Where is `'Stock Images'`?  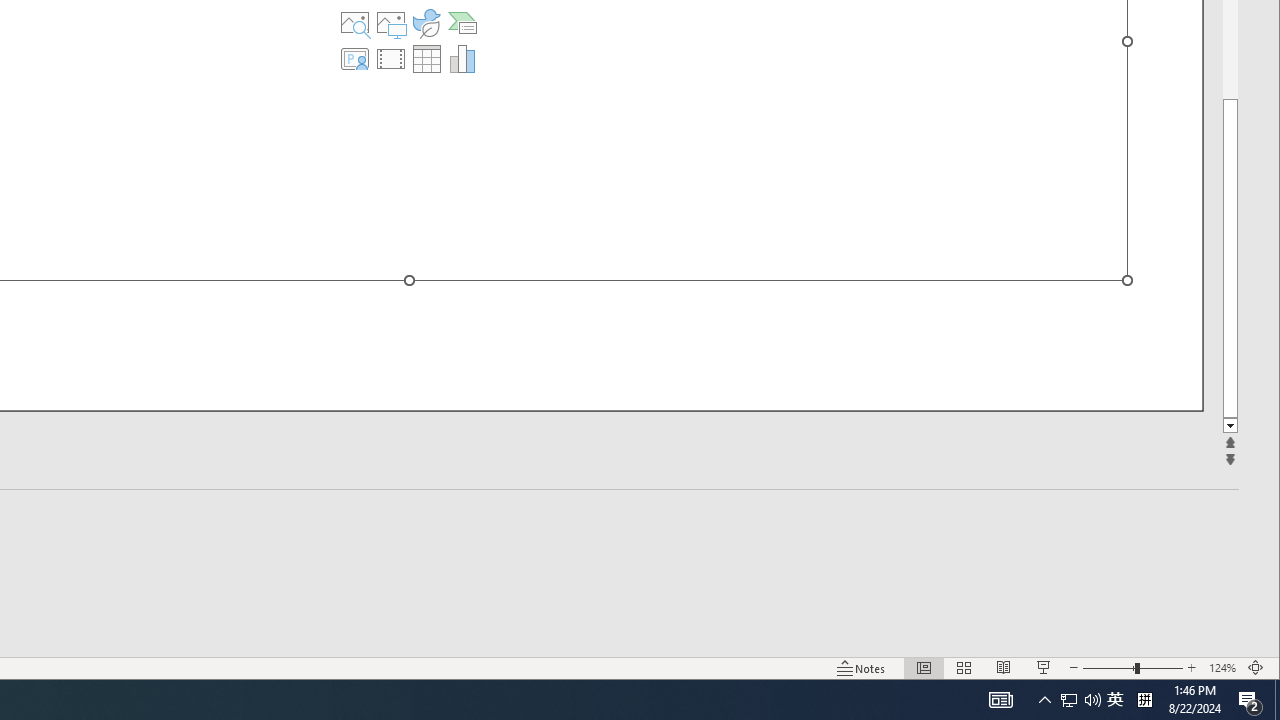
'Stock Images' is located at coordinates (355, 23).